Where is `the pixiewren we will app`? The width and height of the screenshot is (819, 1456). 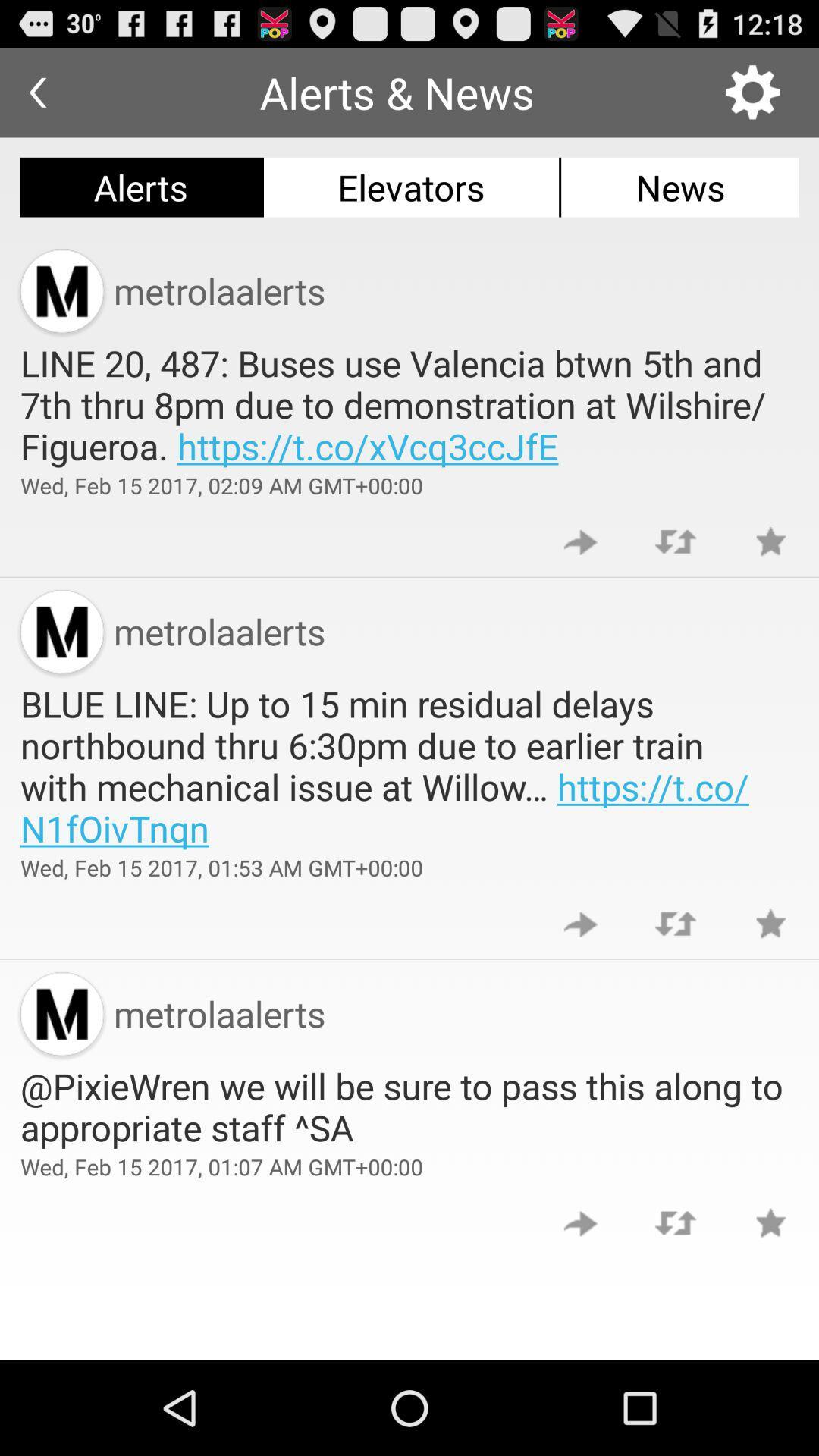
the pixiewren we will app is located at coordinates (409, 1106).